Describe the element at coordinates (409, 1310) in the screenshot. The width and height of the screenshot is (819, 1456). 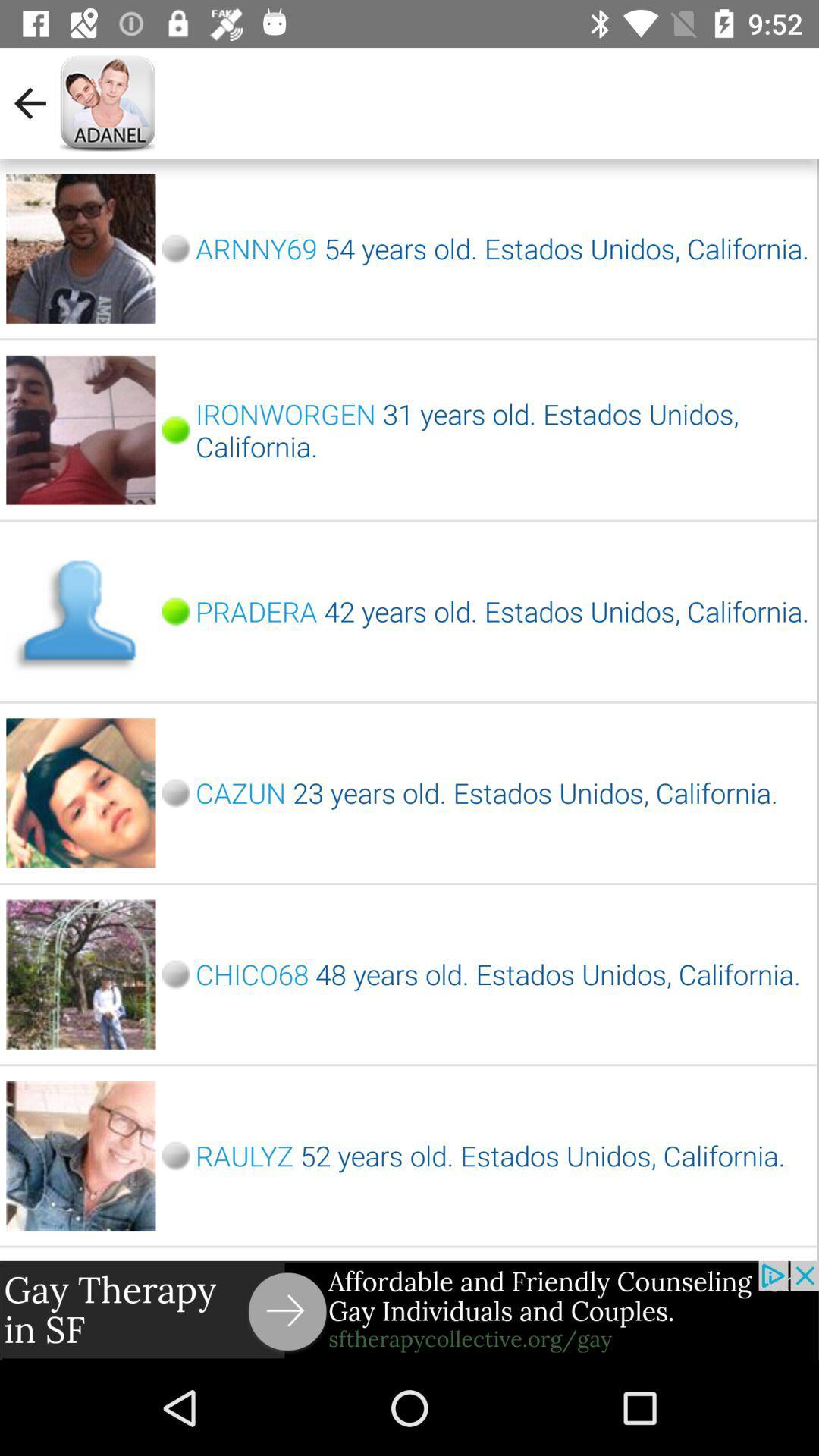
I see `google advertisements` at that location.